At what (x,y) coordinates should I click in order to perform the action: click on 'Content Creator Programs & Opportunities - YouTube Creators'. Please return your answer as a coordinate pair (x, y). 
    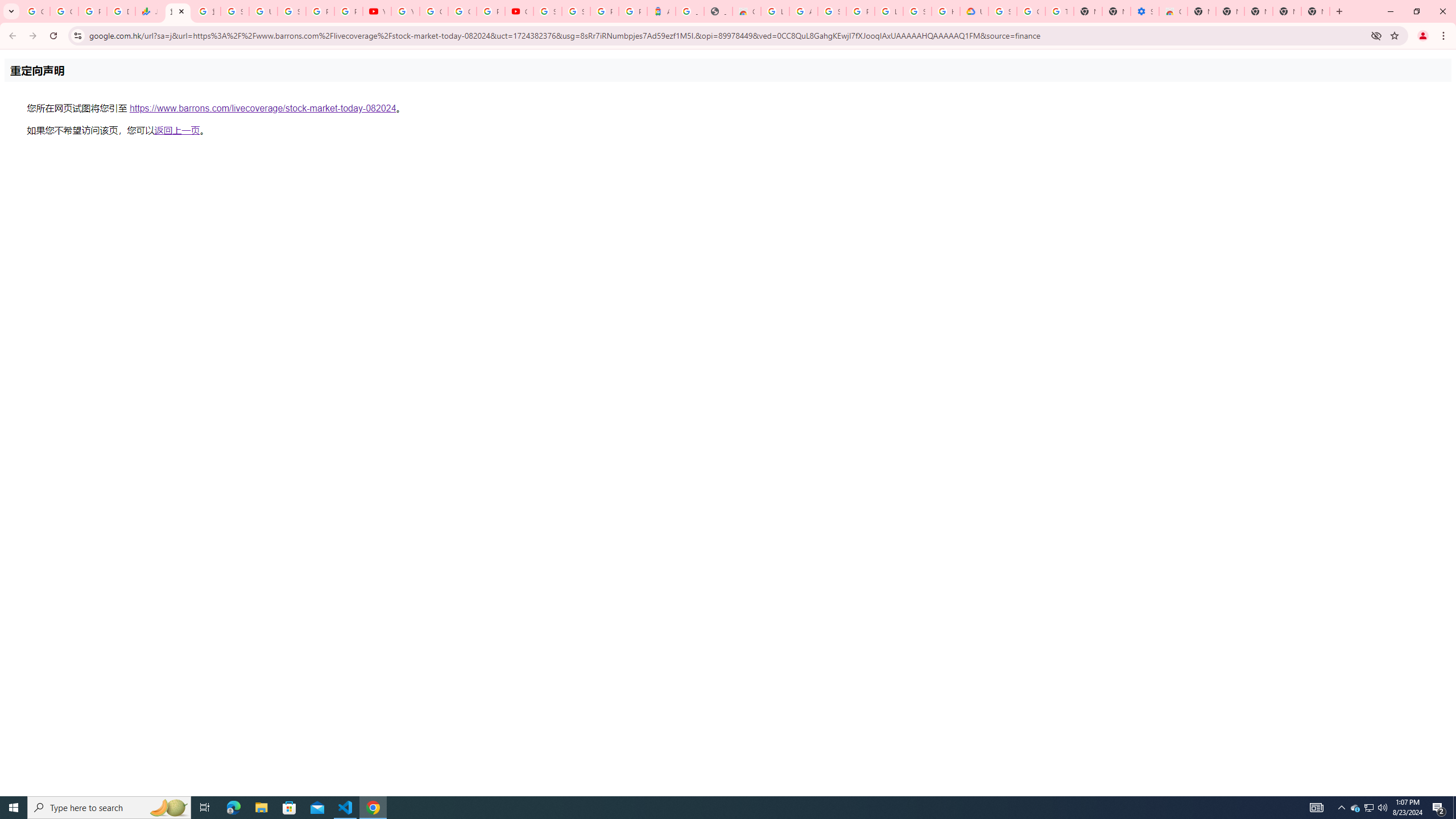
    Looking at the image, I should click on (519, 11).